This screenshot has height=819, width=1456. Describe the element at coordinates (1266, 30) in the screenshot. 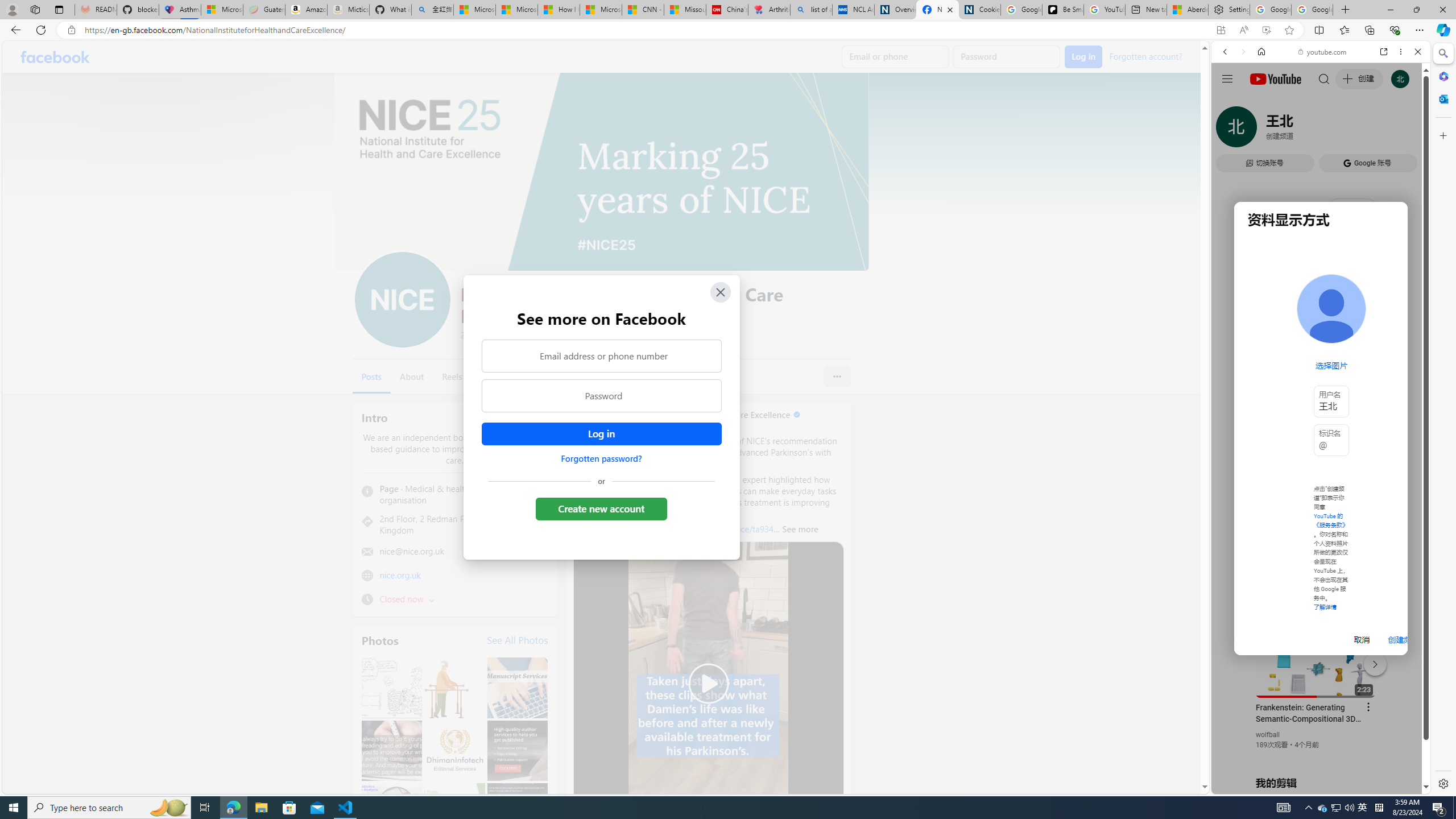

I see `'Enhance video'` at that location.